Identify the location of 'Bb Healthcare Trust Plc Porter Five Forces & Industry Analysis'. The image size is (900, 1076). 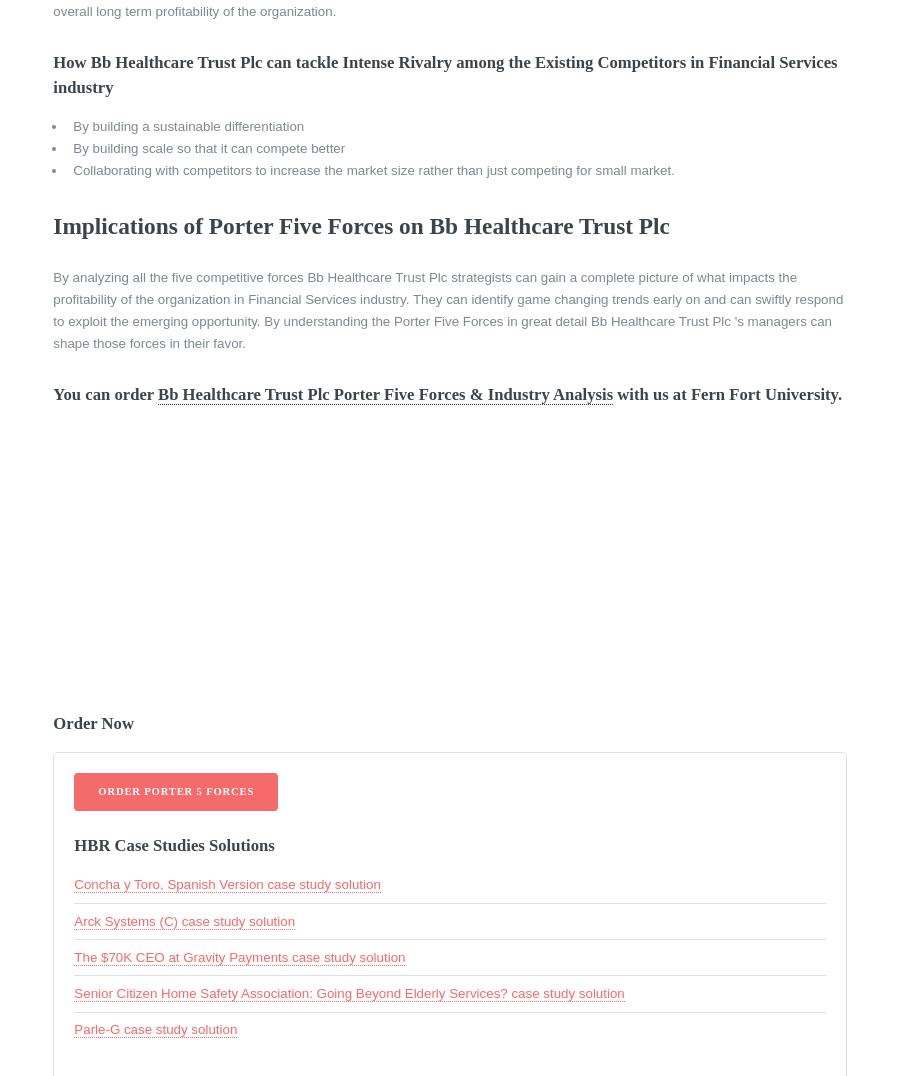
(385, 392).